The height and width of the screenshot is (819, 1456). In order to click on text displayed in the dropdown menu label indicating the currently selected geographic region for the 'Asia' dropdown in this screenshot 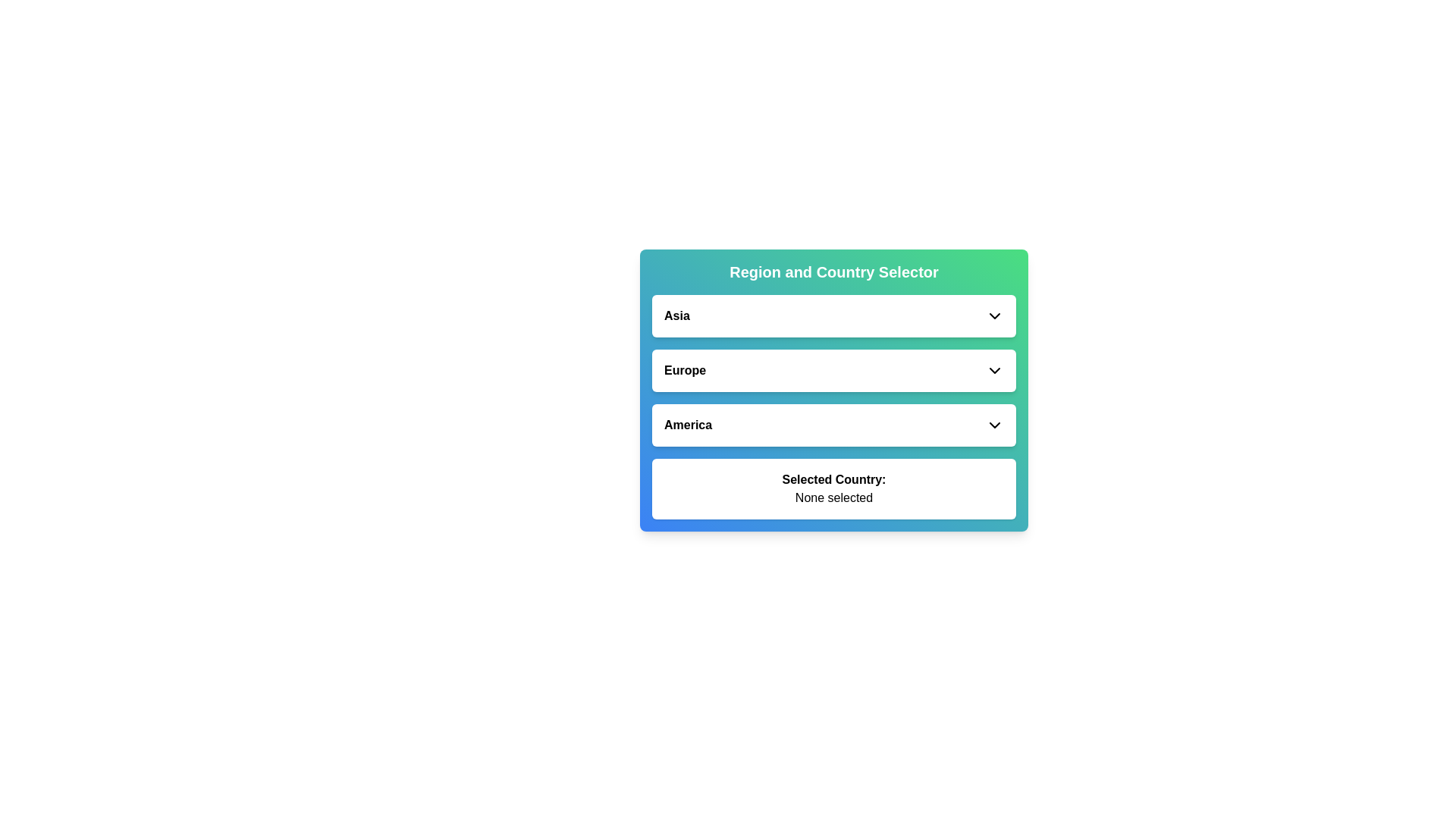, I will do `click(676, 315)`.